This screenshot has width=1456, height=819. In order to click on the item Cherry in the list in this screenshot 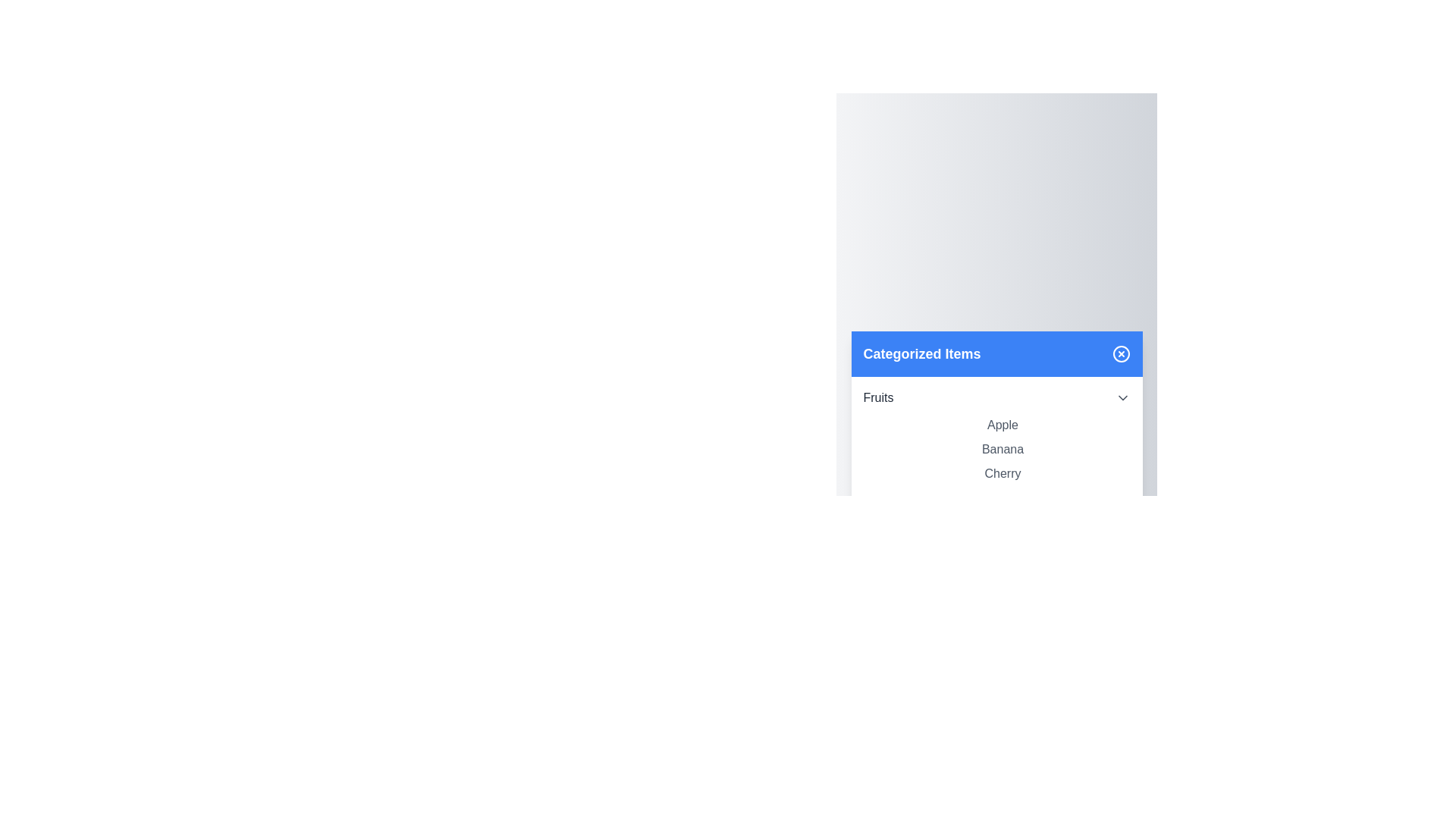, I will do `click(1003, 472)`.